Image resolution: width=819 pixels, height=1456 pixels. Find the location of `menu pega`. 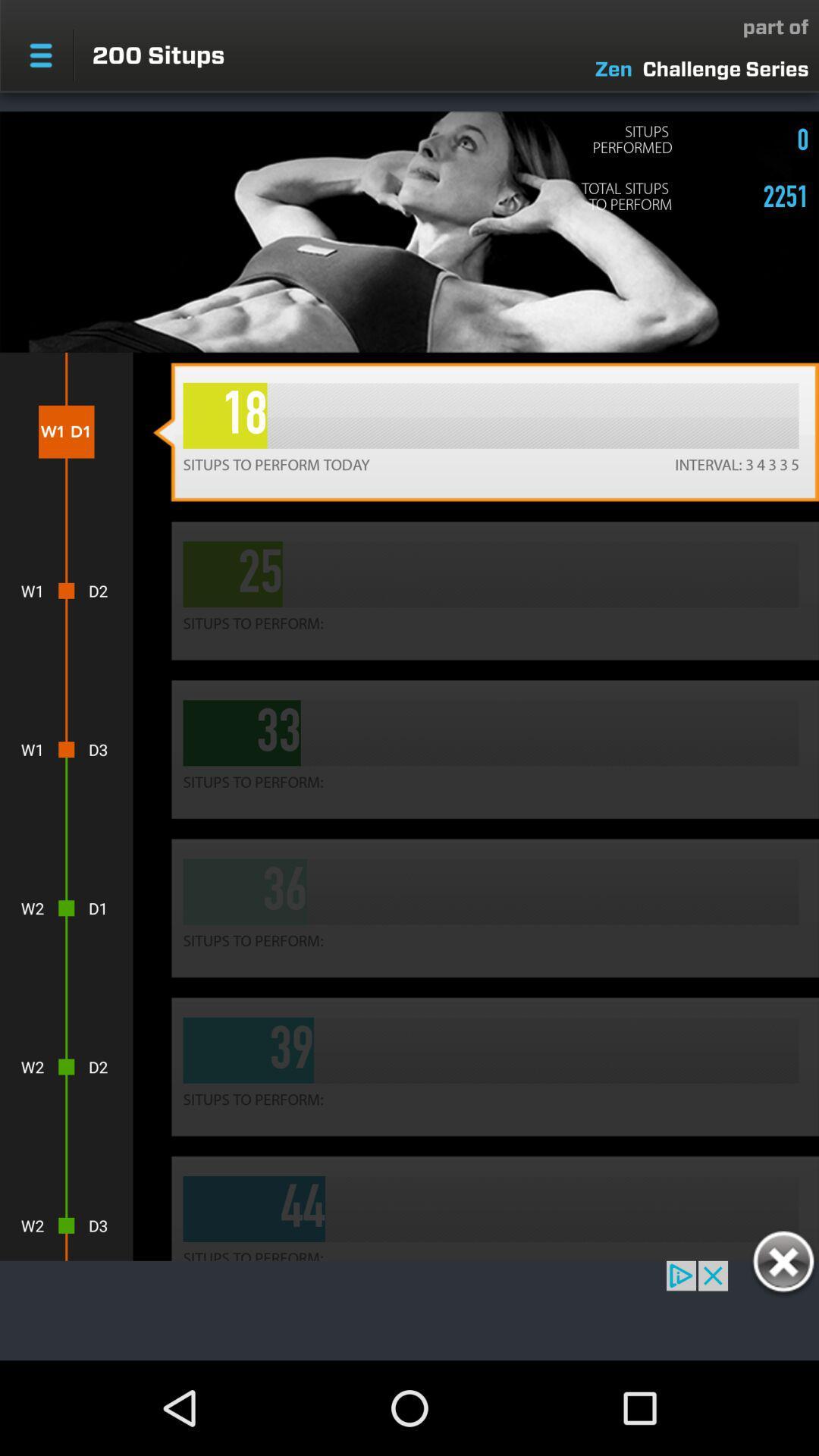

menu pega is located at coordinates (40, 55).